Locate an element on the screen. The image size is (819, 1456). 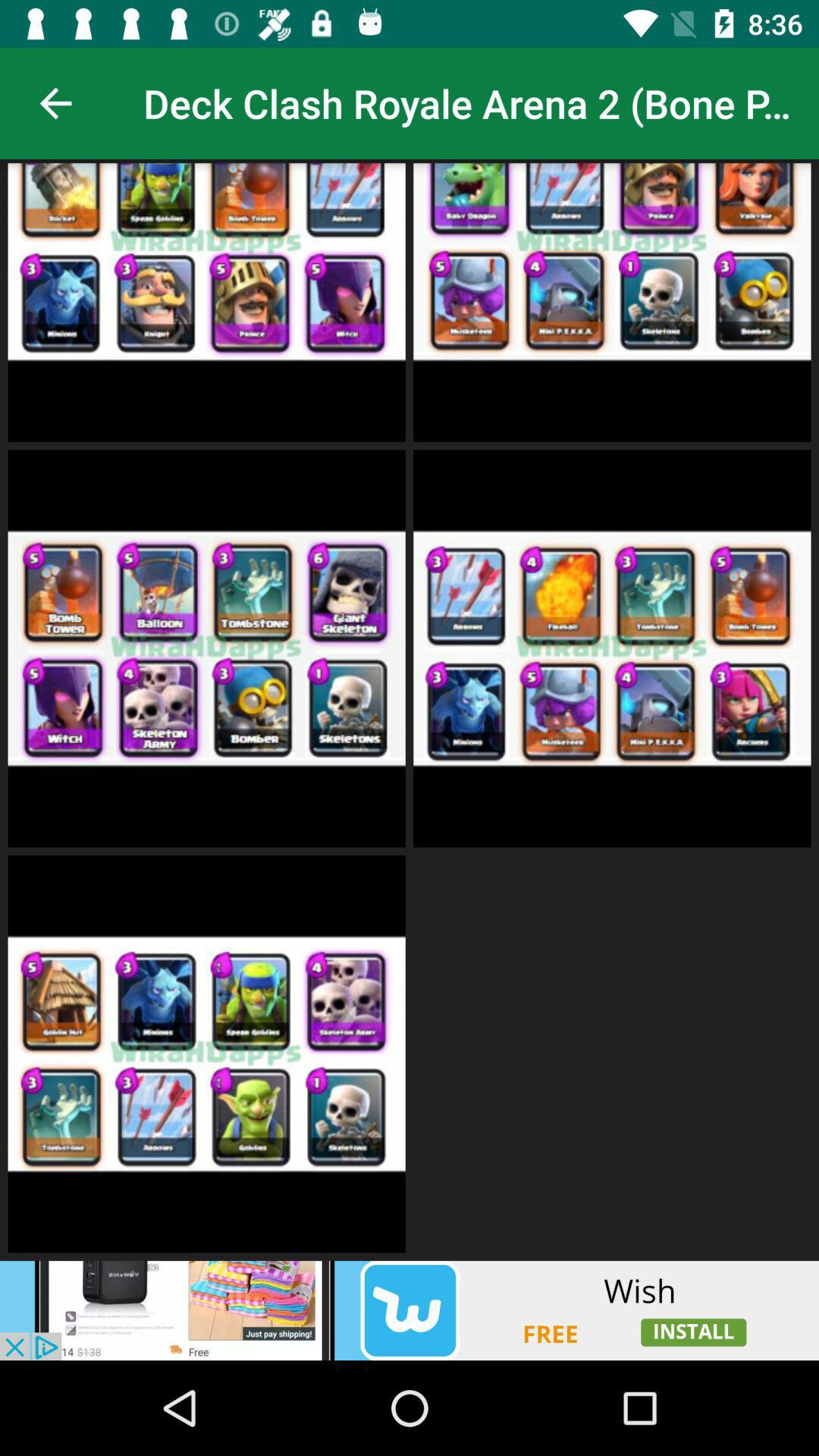
the second box in deck clash royale arena2 is located at coordinates (611, 300).